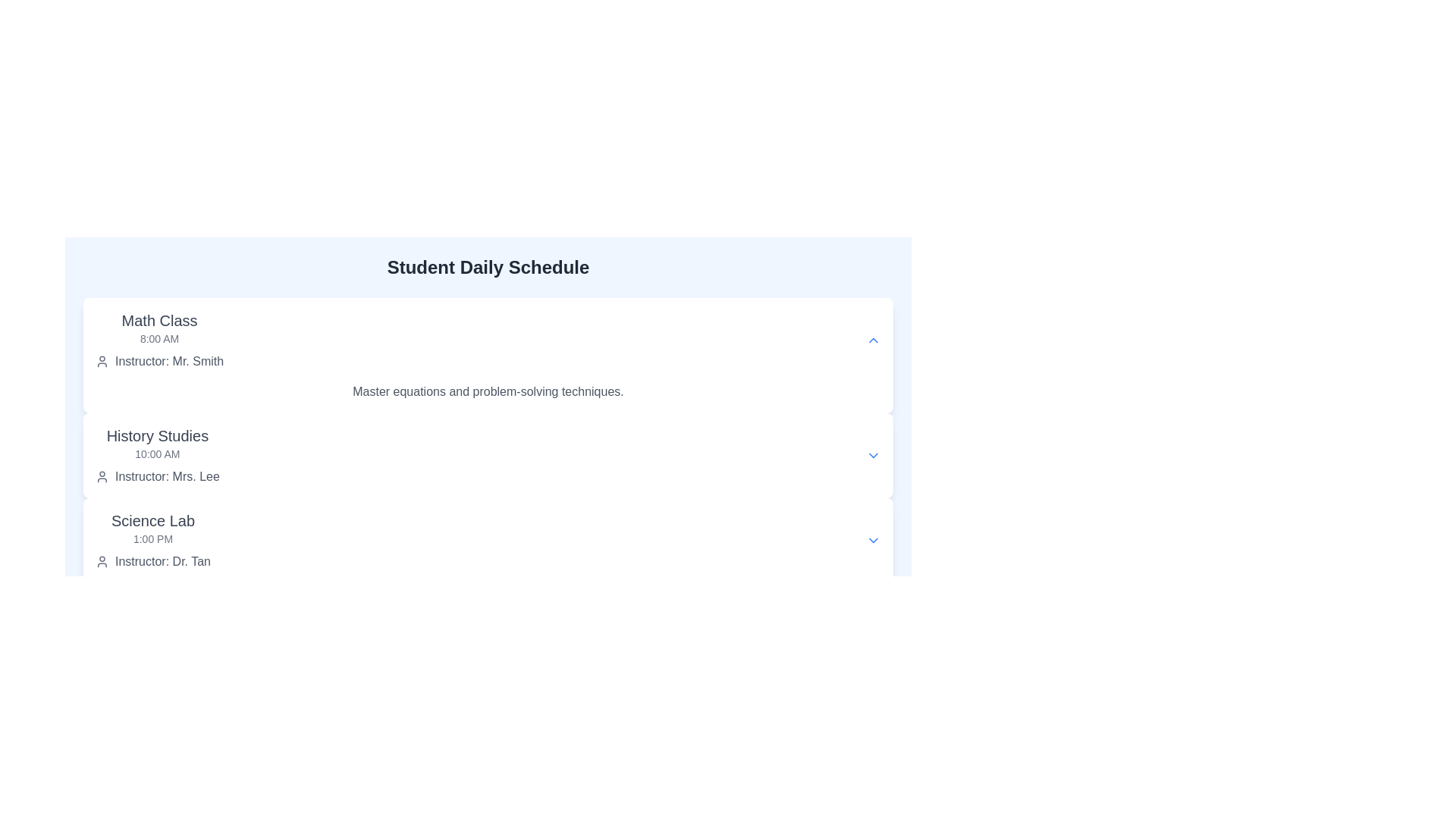  What do you see at coordinates (152, 538) in the screenshot?
I see `the text element that indicates the start time of the 'Science Lab' activity, which is located below the section title and above the instructor information` at bounding box center [152, 538].